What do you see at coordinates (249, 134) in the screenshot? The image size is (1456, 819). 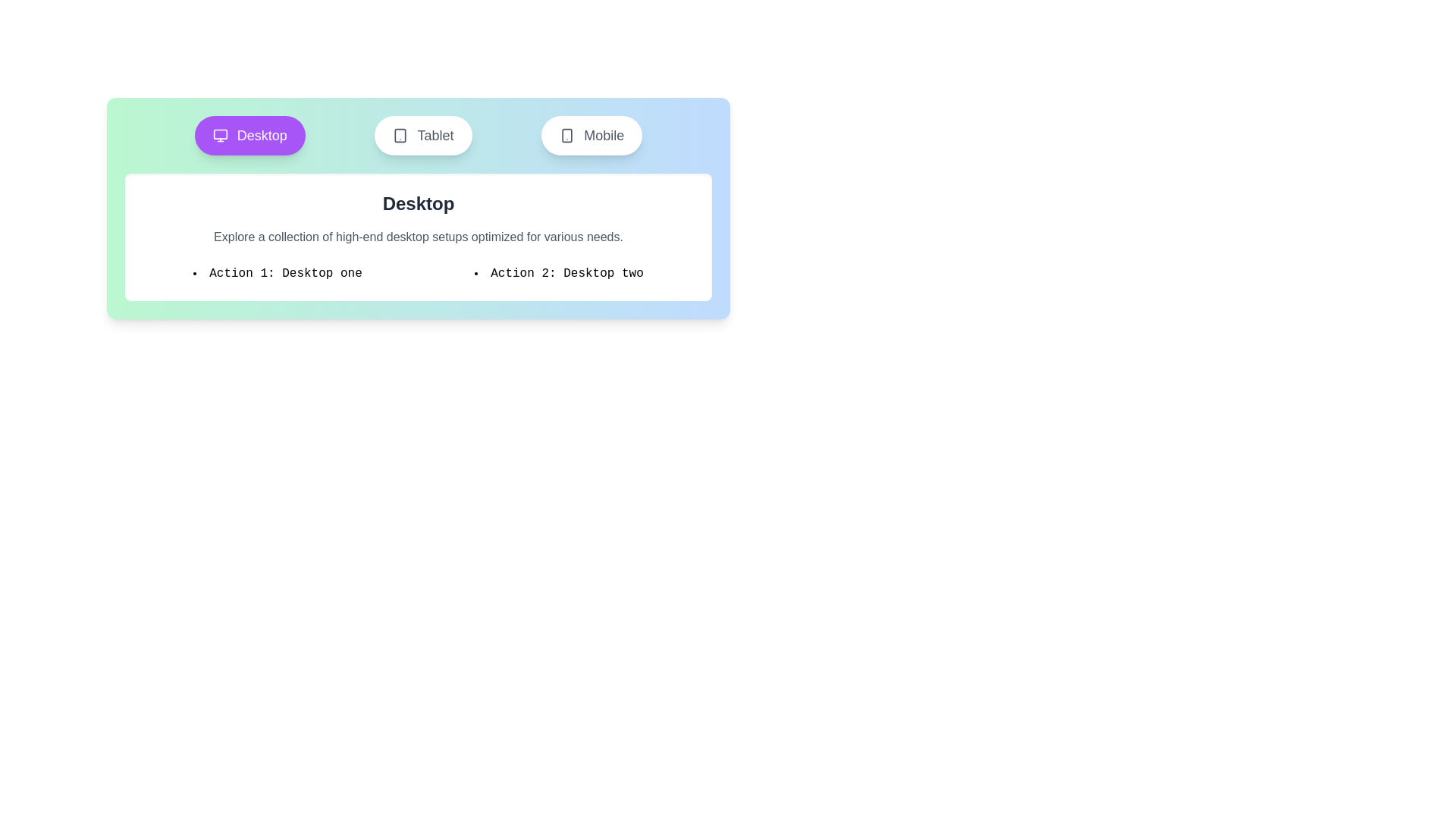 I see `the Desktop tab by clicking on its button` at bounding box center [249, 134].